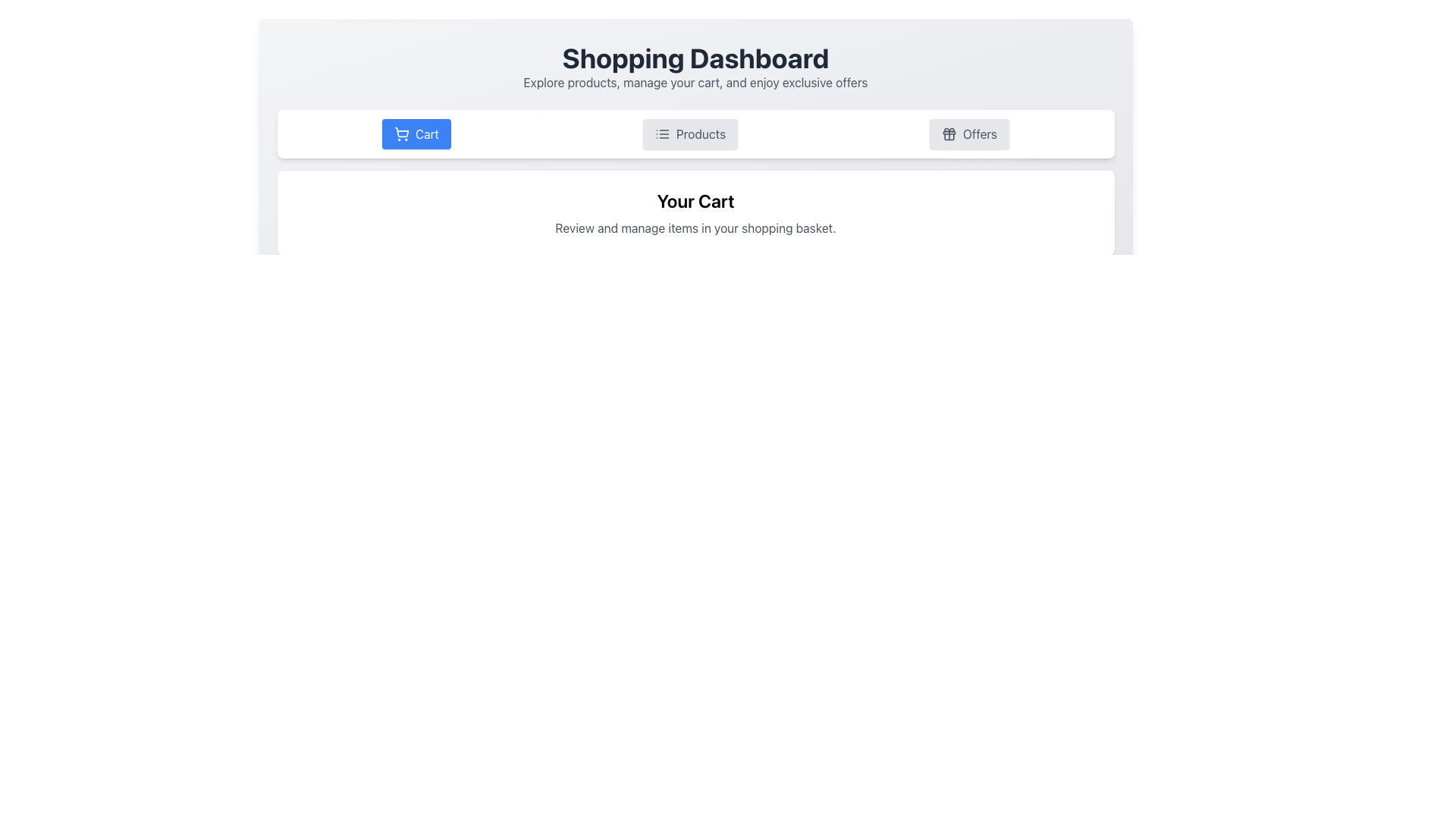 The height and width of the screenshot is (819, 1456). Describe the element at coordinates (695, 227) in the screenshot. I see `descriptive text label located below the 'Your Cart' heading, which provides supplementary guidance for the user` at that location.